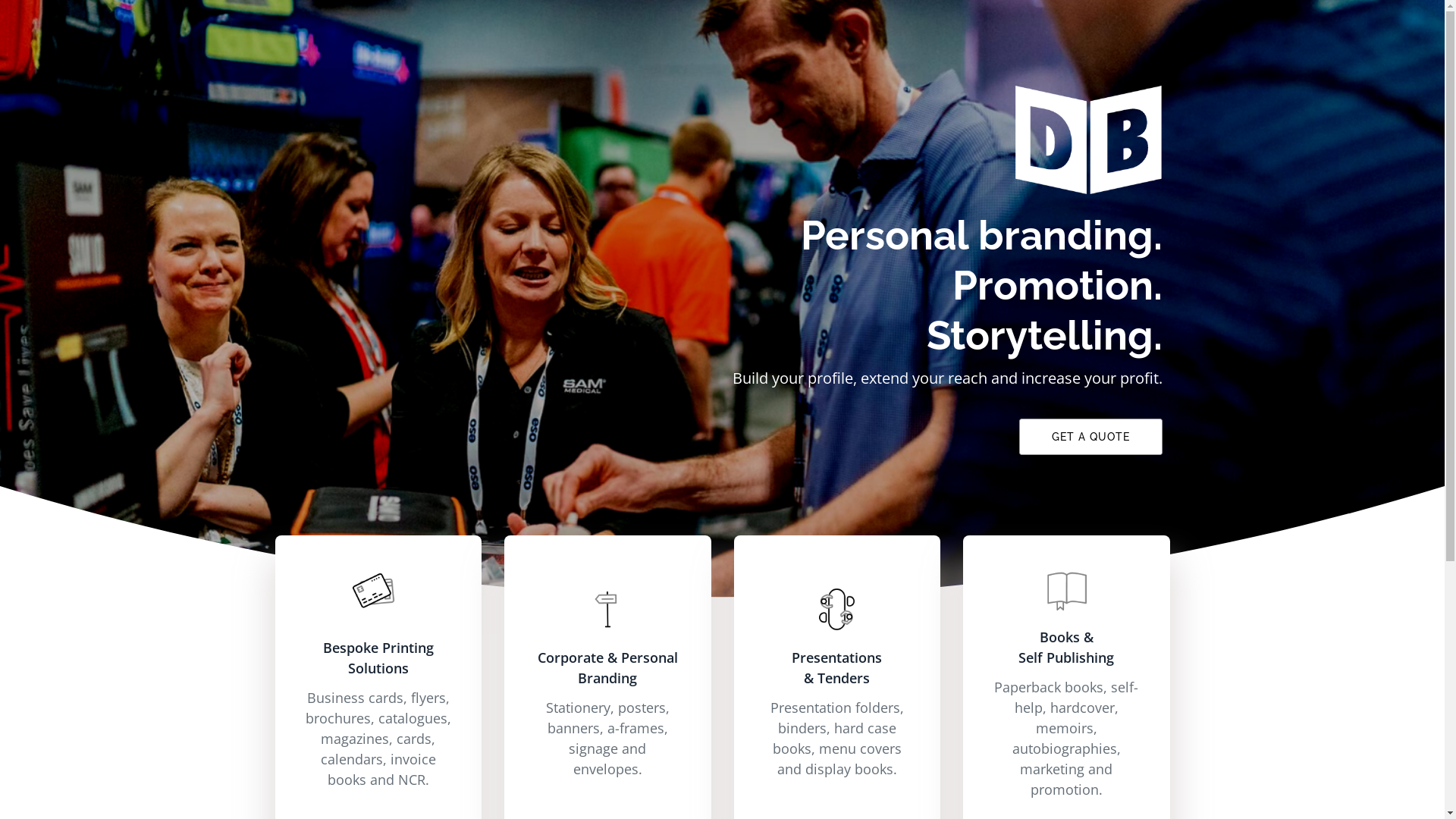  What do you see at coordinates (1014, 140) in the screenshot?
I see `'Doing Business'` at bounding box center [1014, 140].